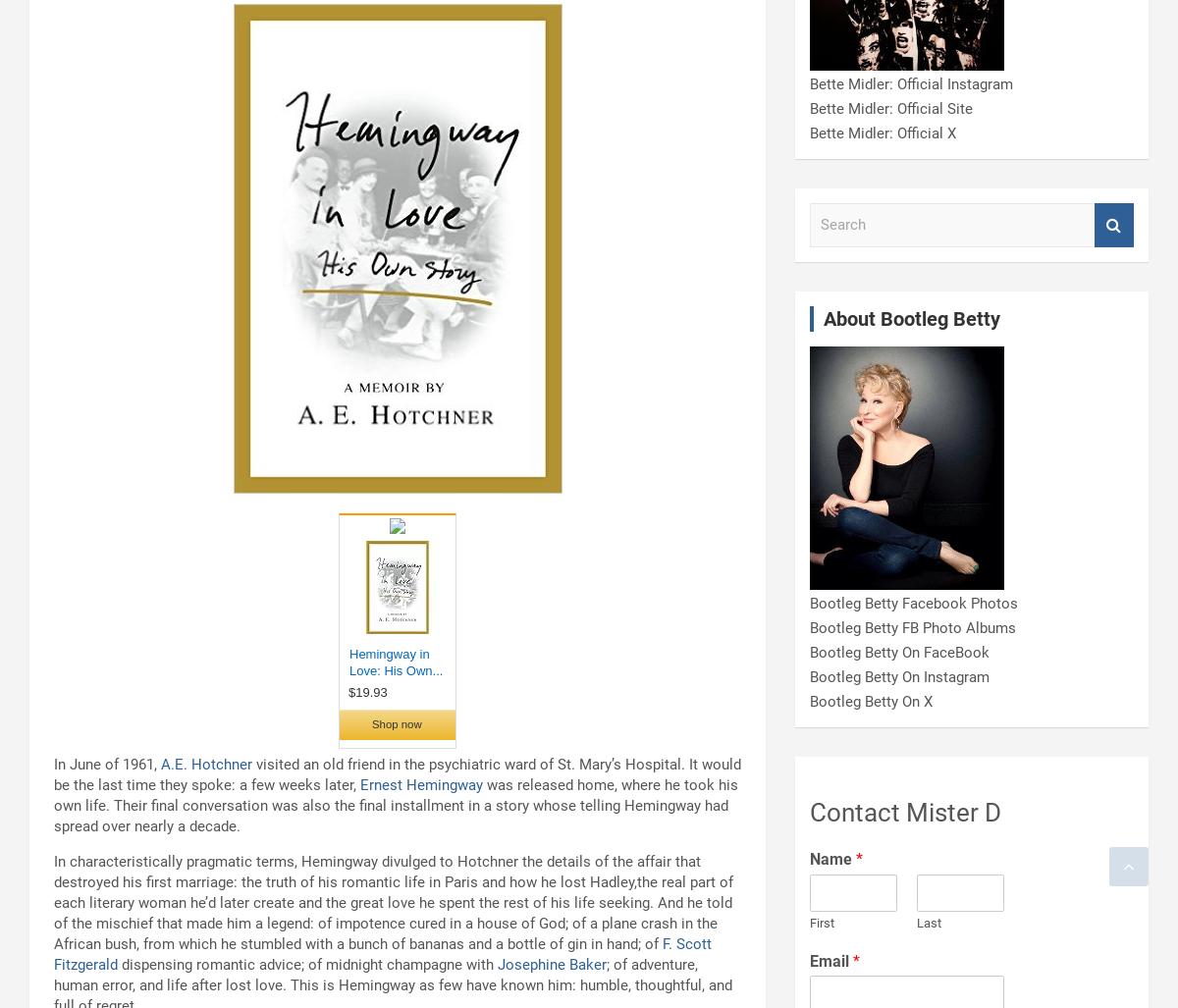  I want to click on 'Contact Mister D', so click(809, 812).